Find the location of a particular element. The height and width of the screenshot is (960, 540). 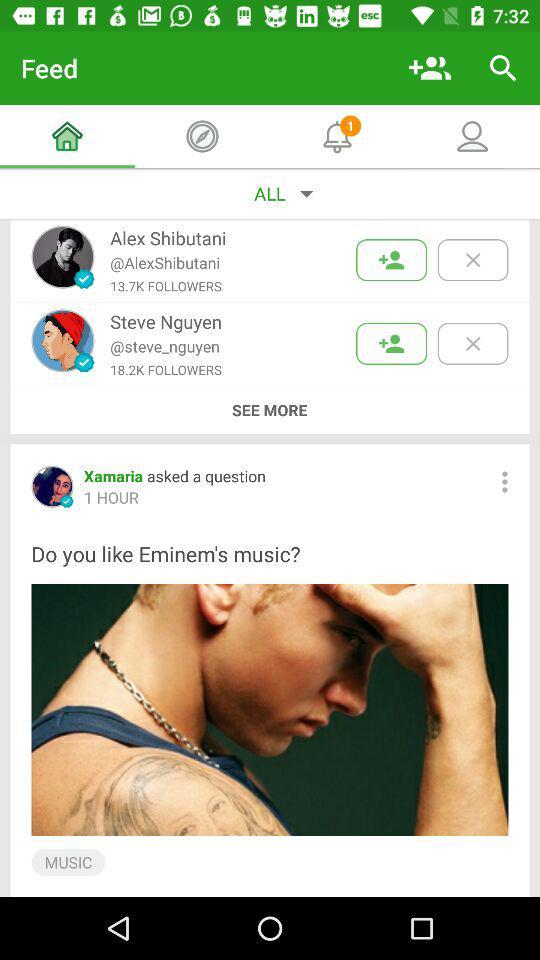

bring up options is located at coordinates (503, 481).